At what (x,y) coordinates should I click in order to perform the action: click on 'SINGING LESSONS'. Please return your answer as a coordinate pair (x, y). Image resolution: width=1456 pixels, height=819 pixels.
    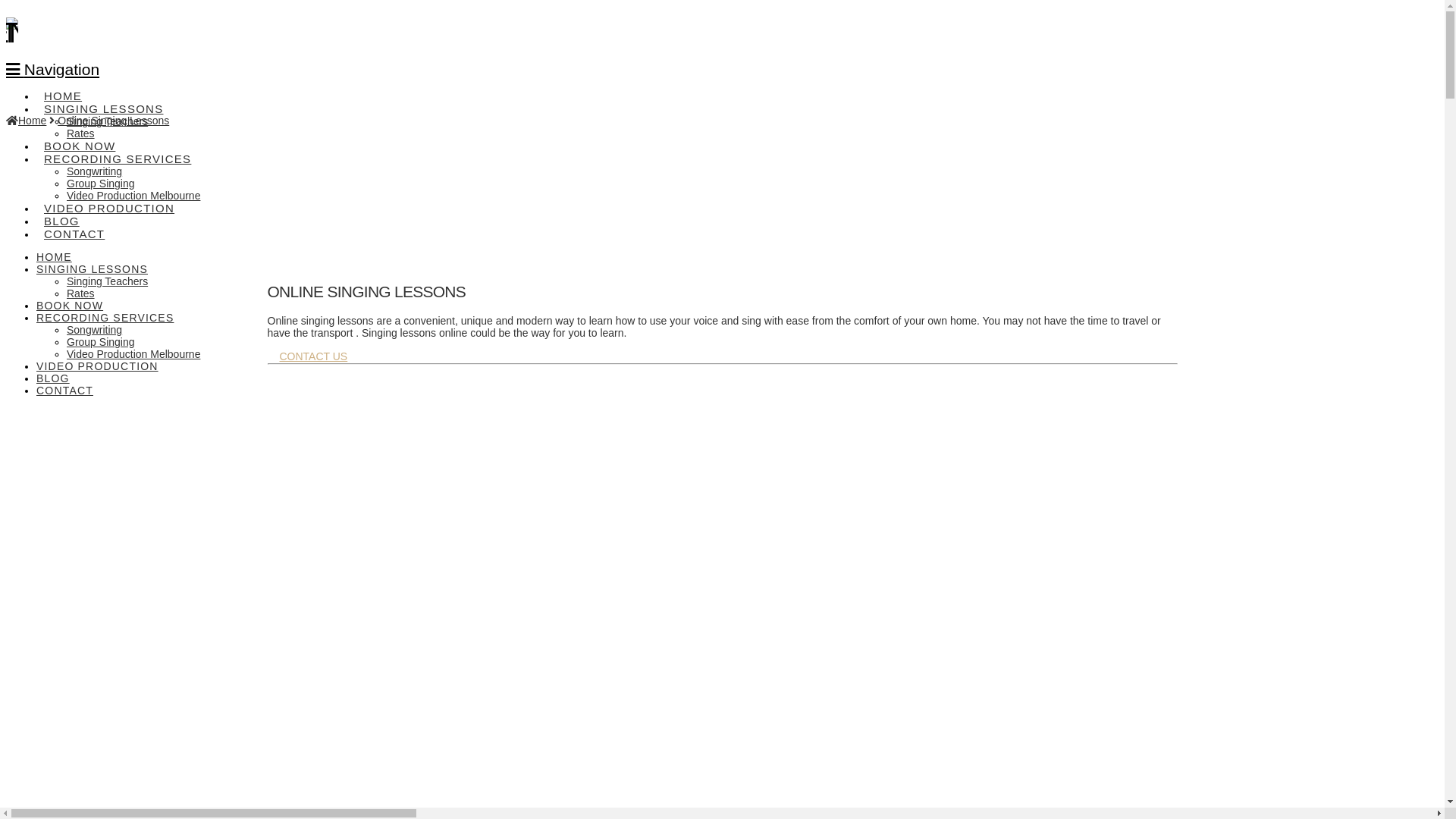
    Looking at the image, I should click on (102, 99).